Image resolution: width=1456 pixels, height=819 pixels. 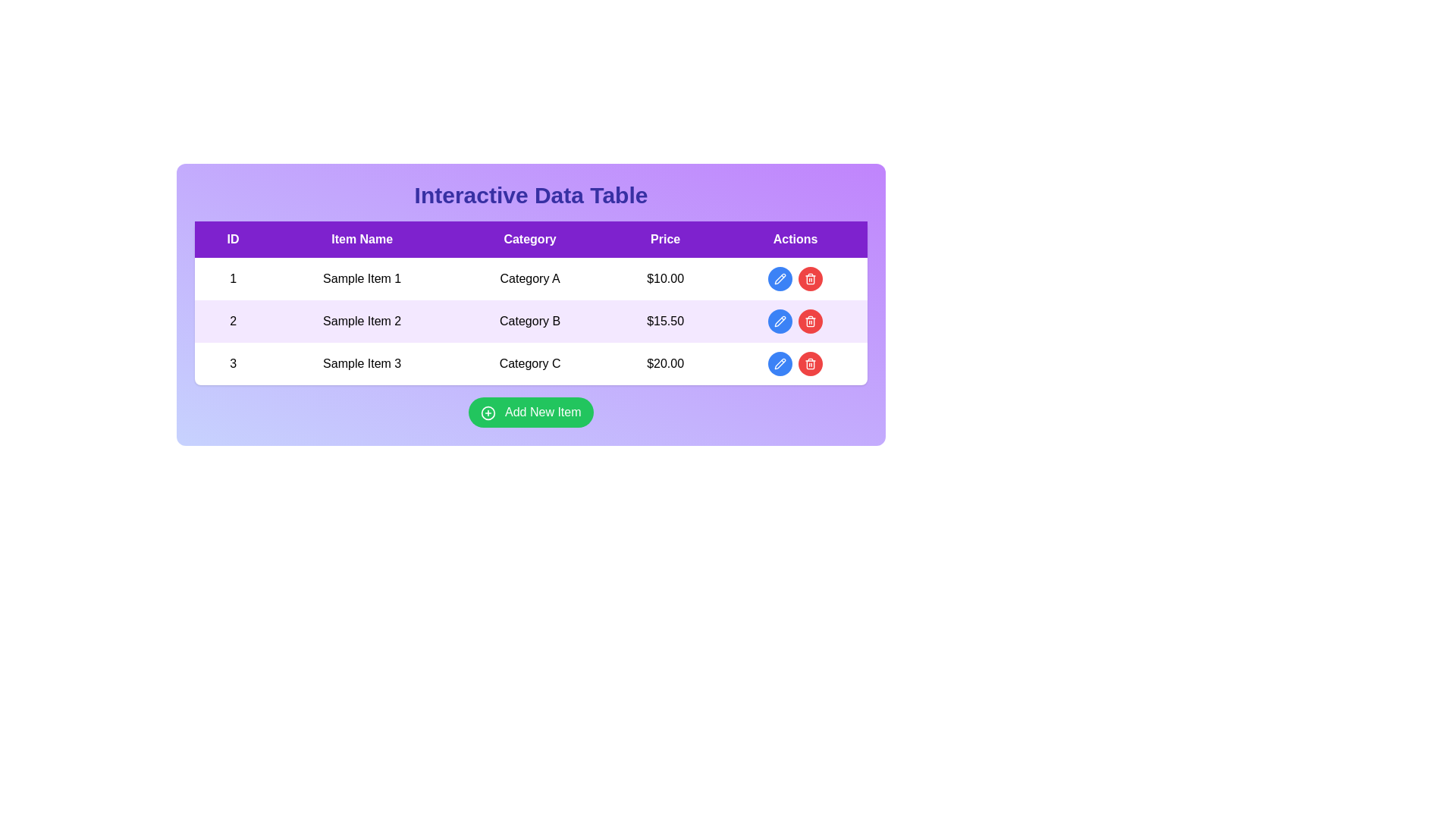 I want to click on the text label 'Sample Item 3' in the third row of the table under the 'Item Name' column, so click(x=361, y=363).